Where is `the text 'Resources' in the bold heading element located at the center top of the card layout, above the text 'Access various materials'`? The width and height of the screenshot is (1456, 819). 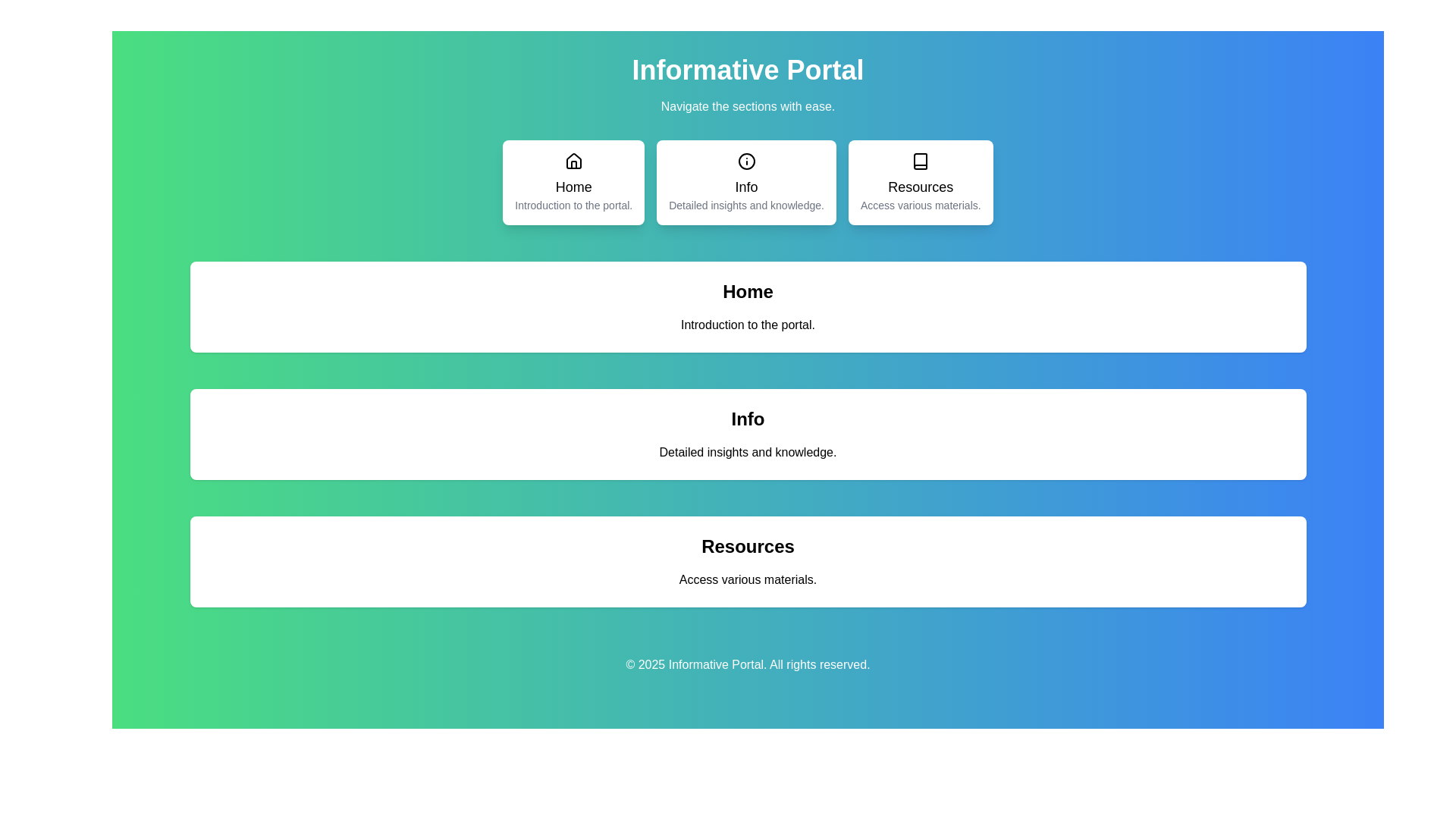
the text 'Resources' in the bold heading element located at the center top of the card layout, above the text 'Access various materials' is located at coordinates (748, 547).